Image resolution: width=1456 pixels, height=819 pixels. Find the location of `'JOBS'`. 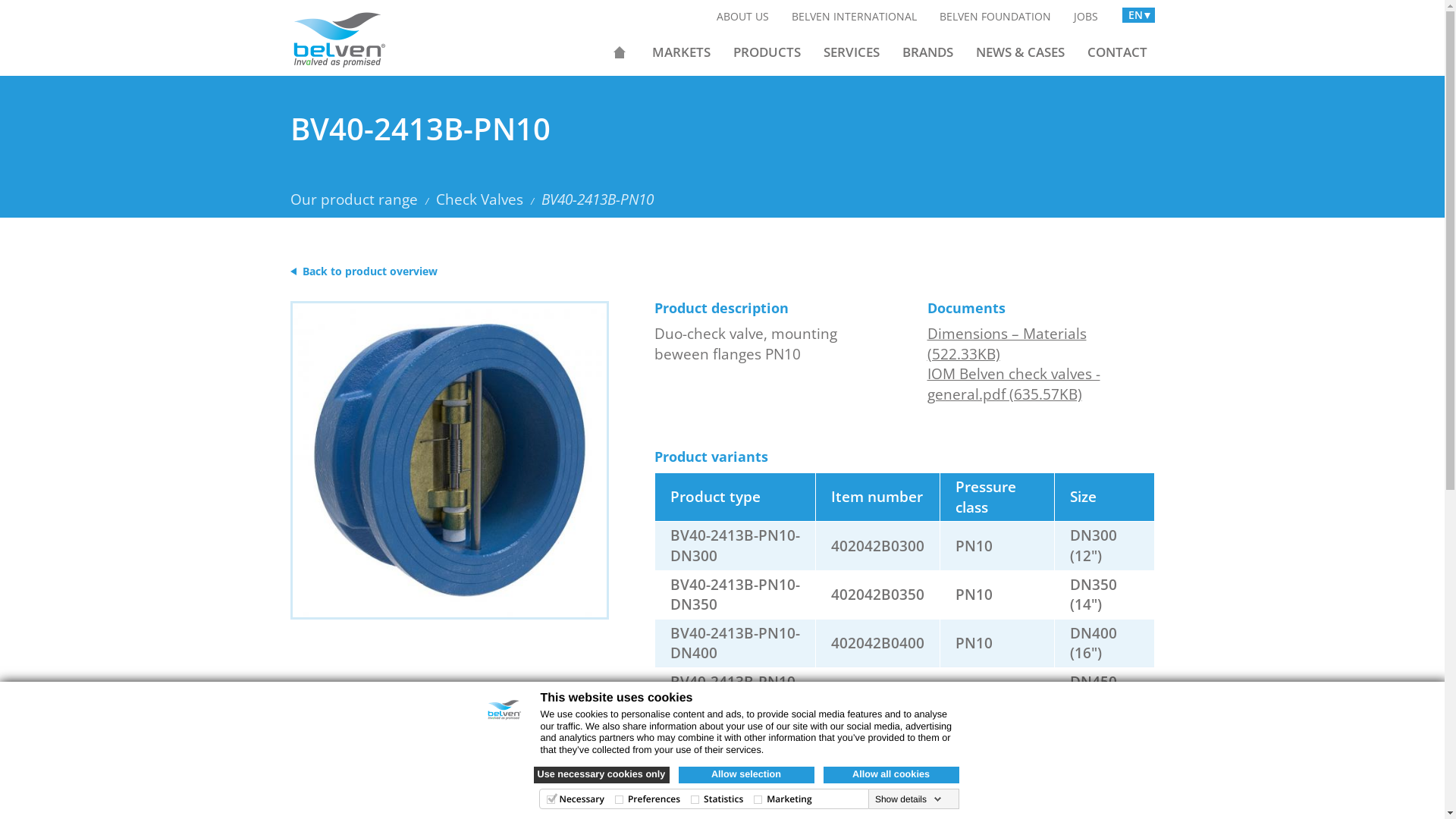

'JOBS' is located at coordinates (1084, 17).